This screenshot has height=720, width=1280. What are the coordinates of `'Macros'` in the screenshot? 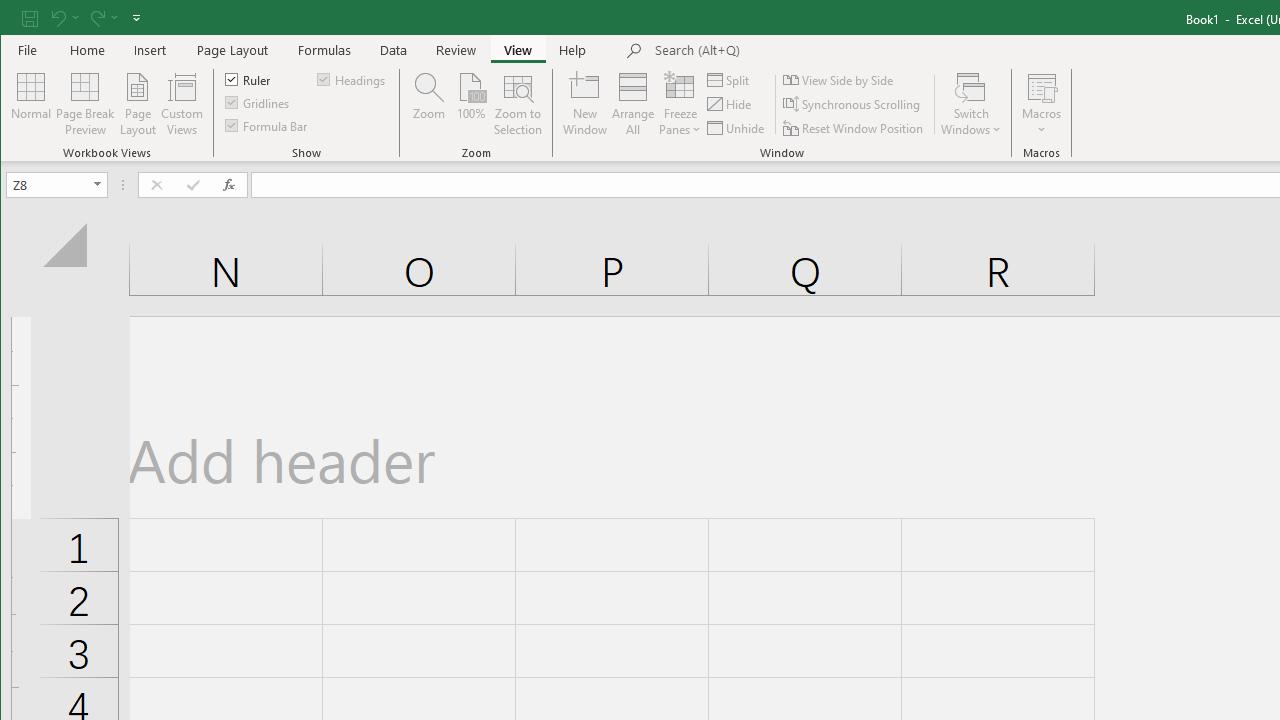 It's located at (1040, 104).